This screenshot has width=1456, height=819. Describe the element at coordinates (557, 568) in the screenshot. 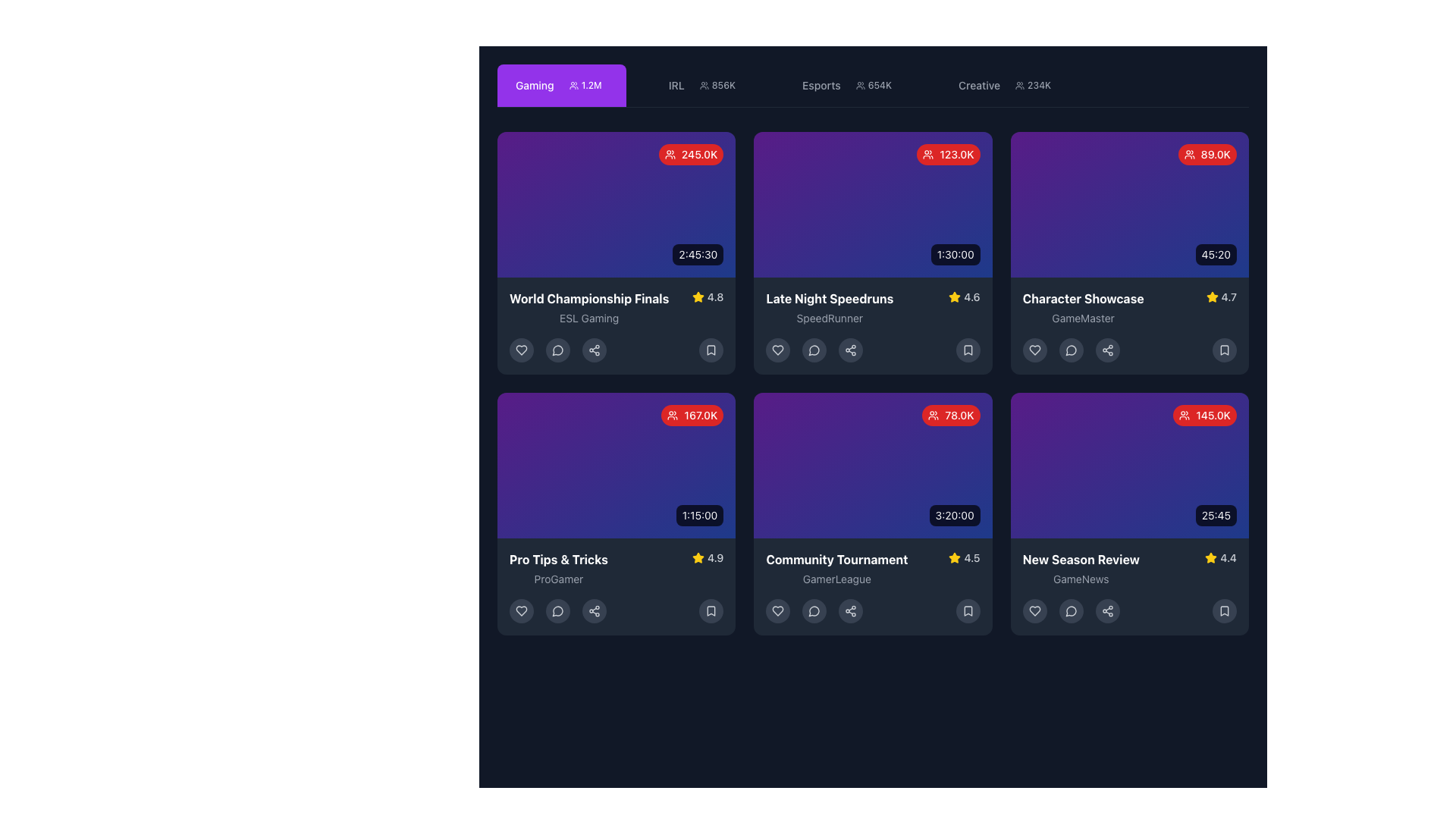

I see `the surrounding elements of the card by clicking on the text label that reads 'Pro Tips & Tricks' and 'ProGamer' located in the bottom-left portion of the third card in the second row of the grid layout` at that location.